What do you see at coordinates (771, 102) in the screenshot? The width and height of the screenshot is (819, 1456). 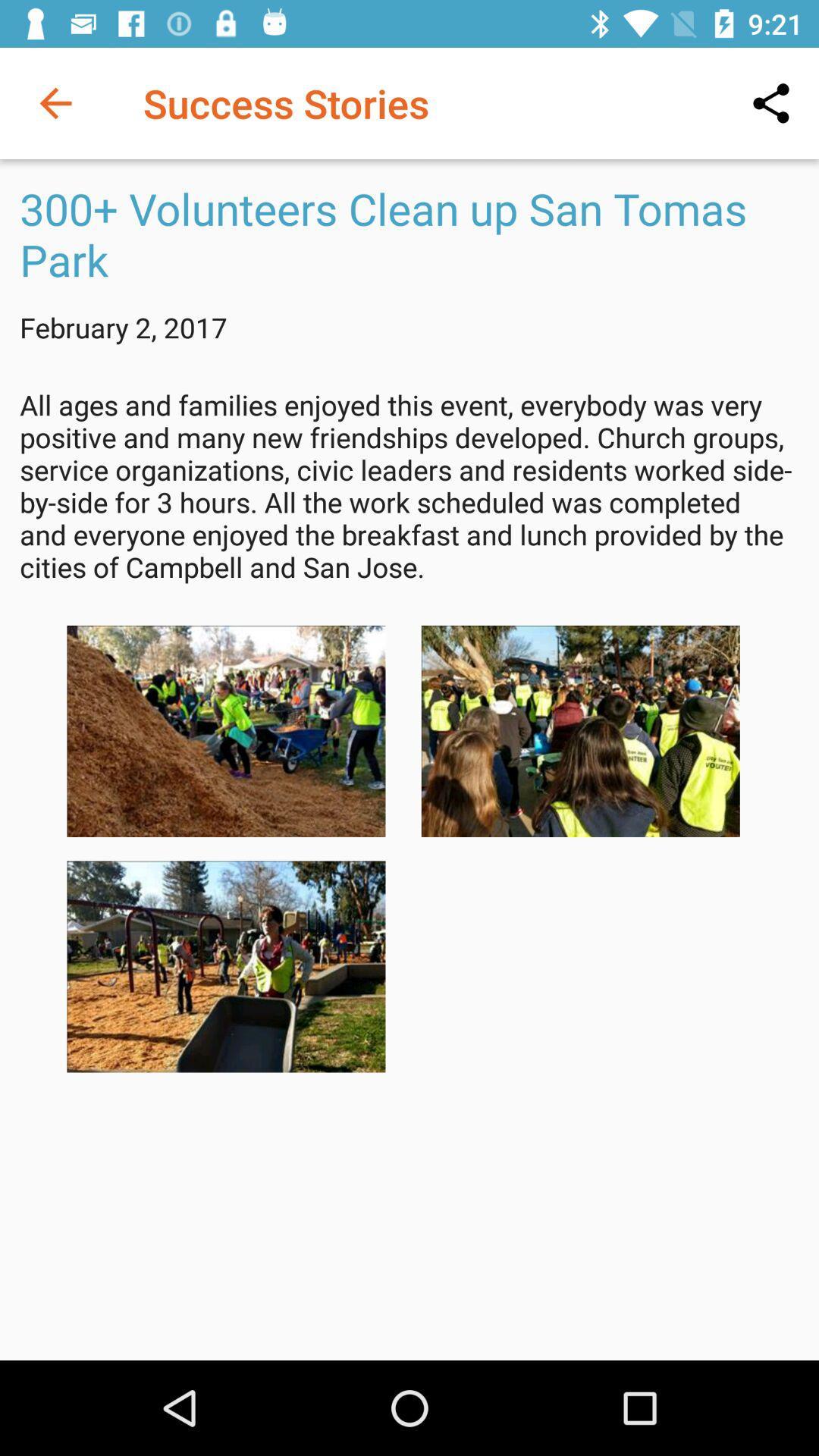 I see `the icon to the right of success stories` at bounding box center [771, 102].